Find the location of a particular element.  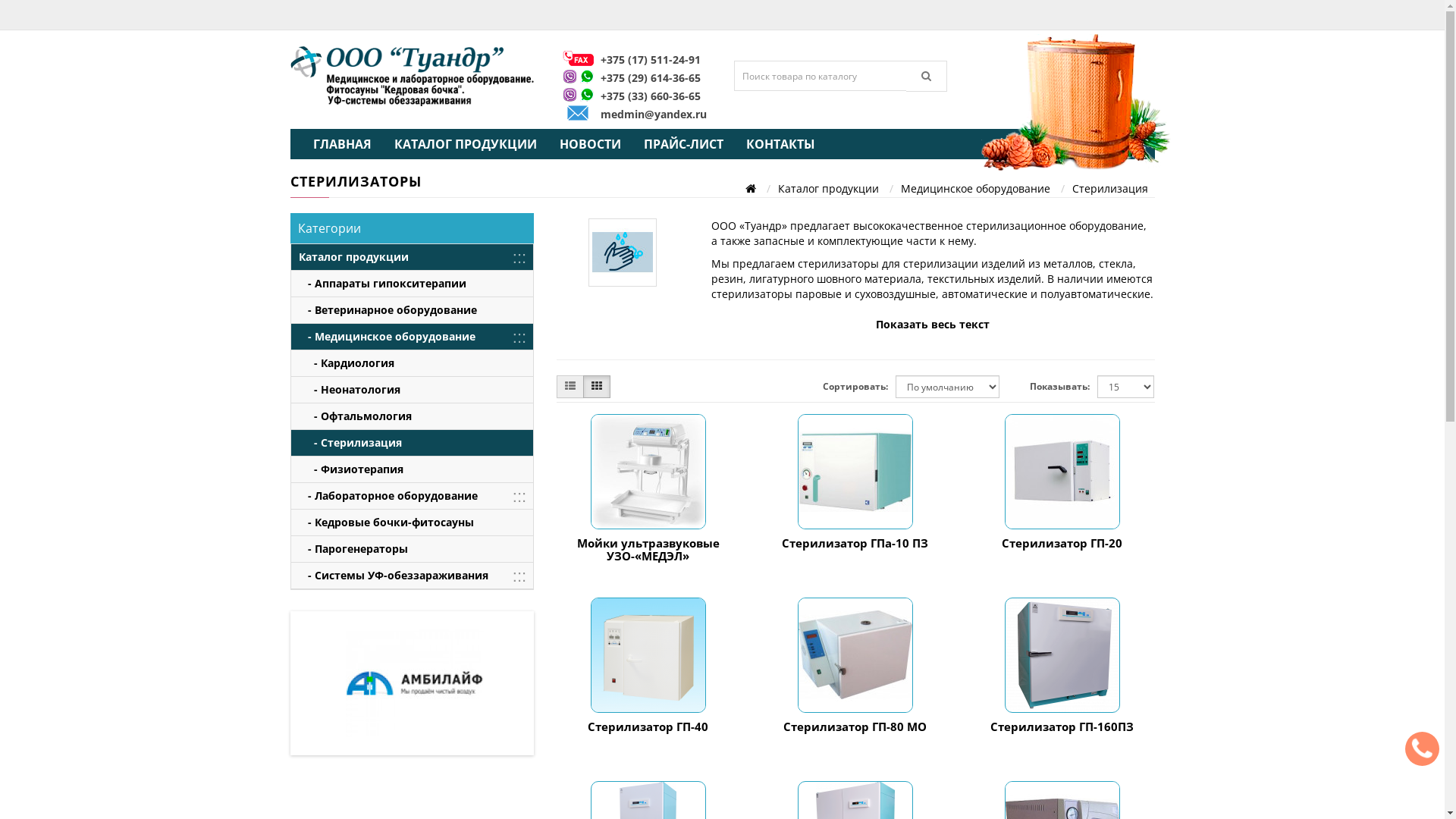

'+375 (29) 614-36-65' is located at coordinates (651, 77).